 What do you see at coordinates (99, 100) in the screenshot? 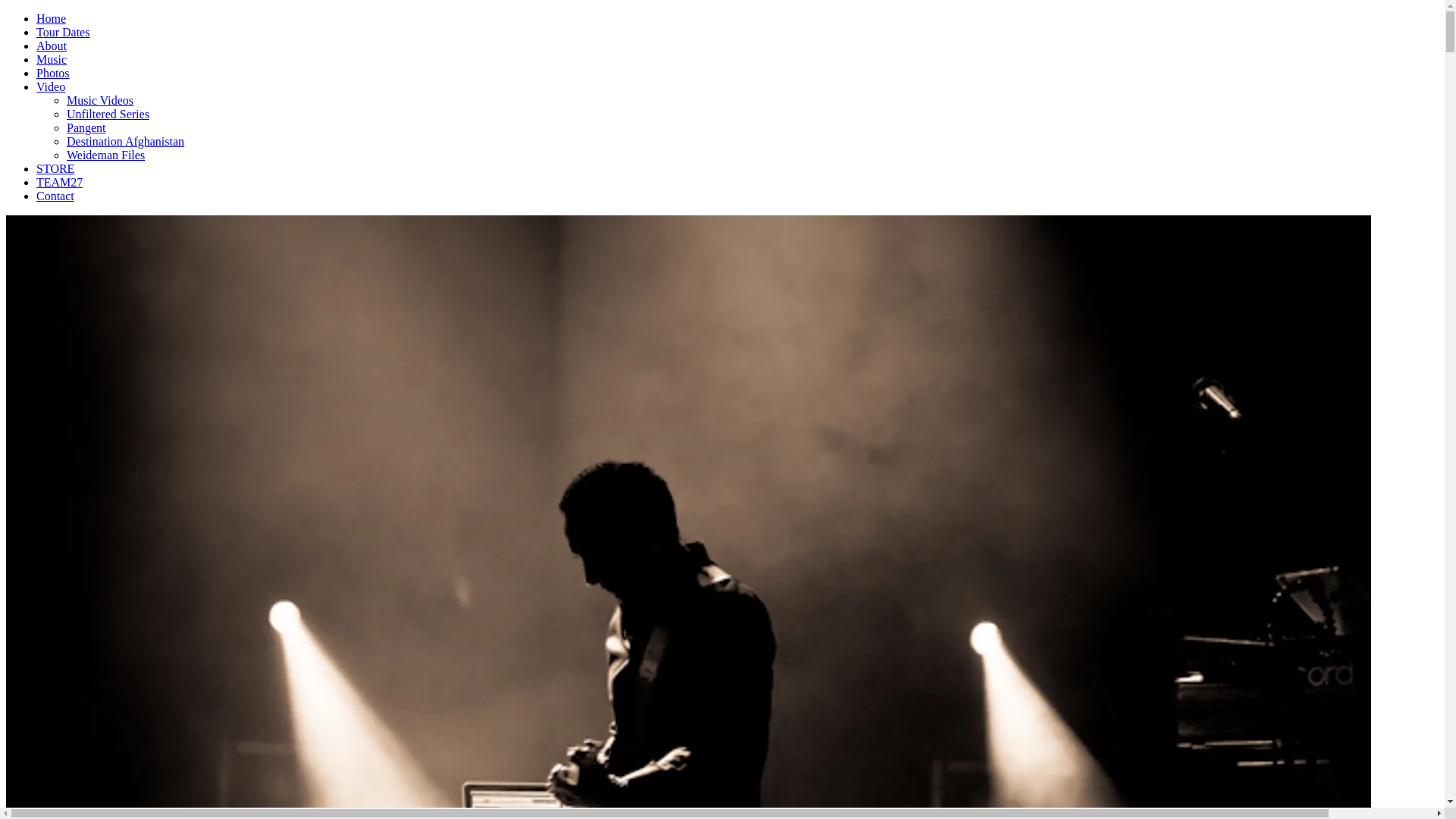
I see `'Music Videos'` at bounding box center [99, 100].